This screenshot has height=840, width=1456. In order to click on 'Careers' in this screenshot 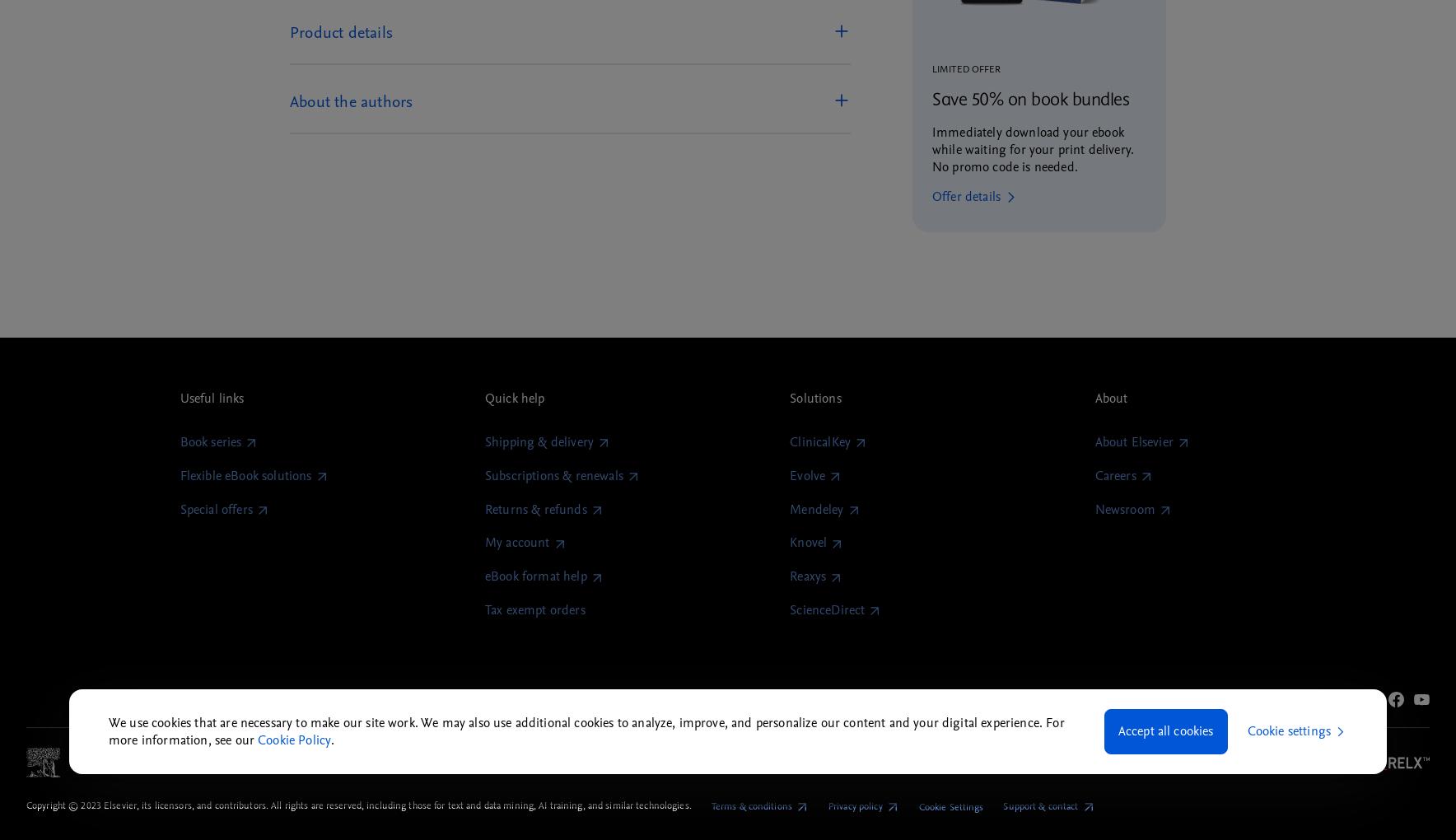, I will do `click(1113, 475)`.